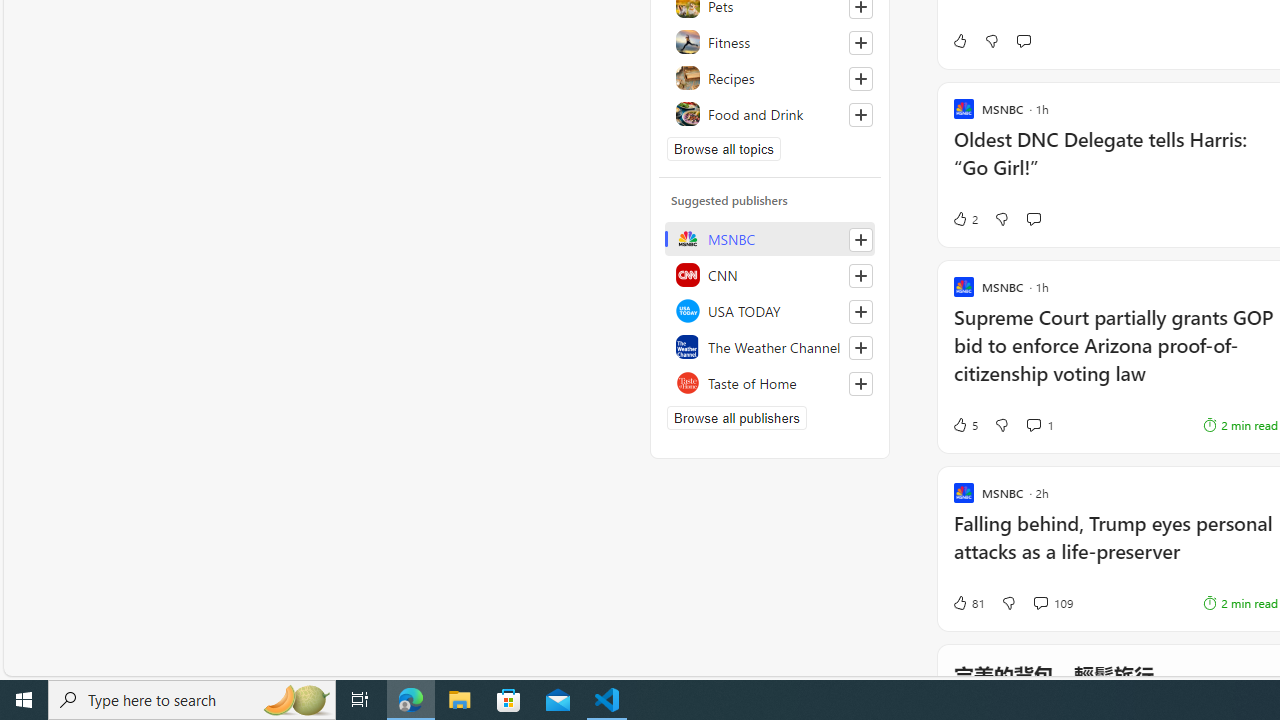 This screenshot has width=1280, height=720. I want to click on 'Follow this source', so click(860, 384).